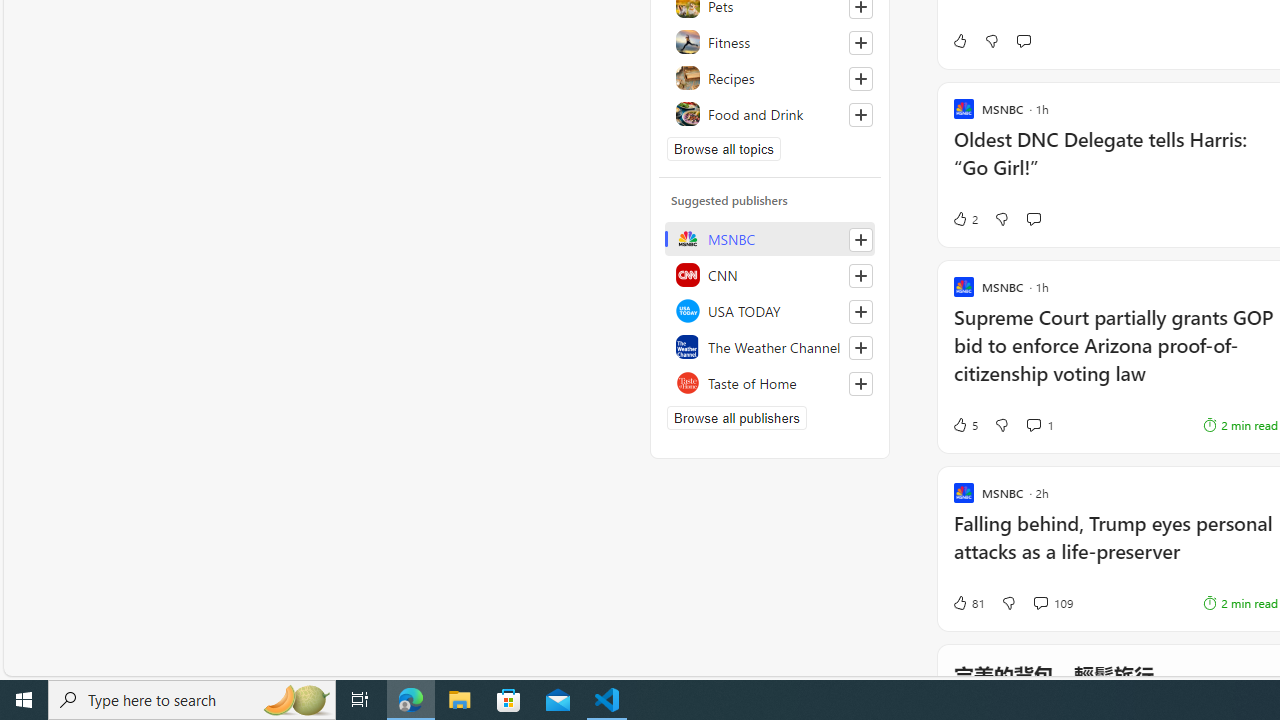 This screenshot has width=1280, height=720. I want to click on 'Follow this source', so click(860, 384).